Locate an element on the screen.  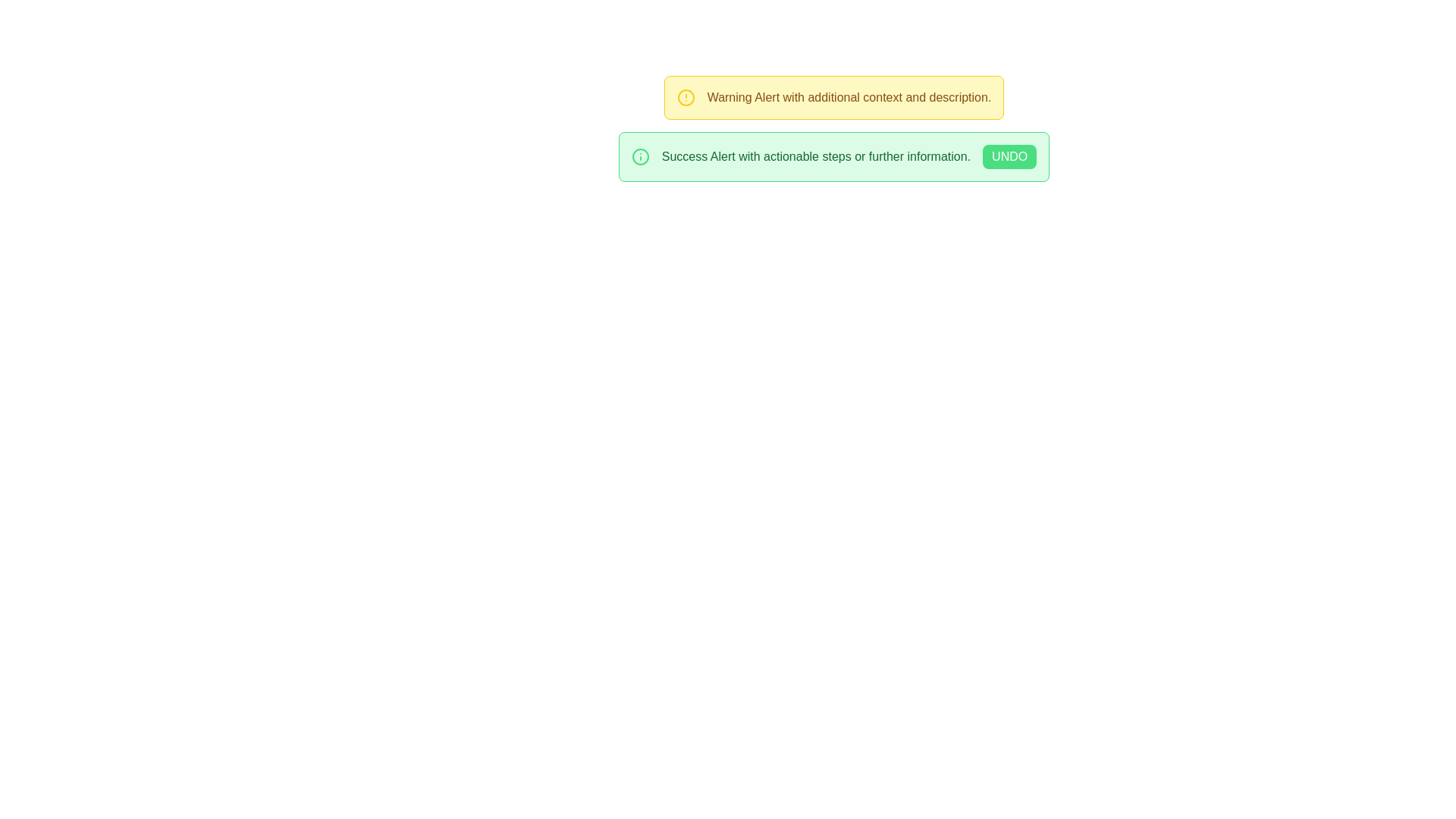
the notification box with a yellow border and light yellow background that contains a yellow warning symbol and the text 'Warning Alert with additional context and description.' is located at coordinates (833, 97).